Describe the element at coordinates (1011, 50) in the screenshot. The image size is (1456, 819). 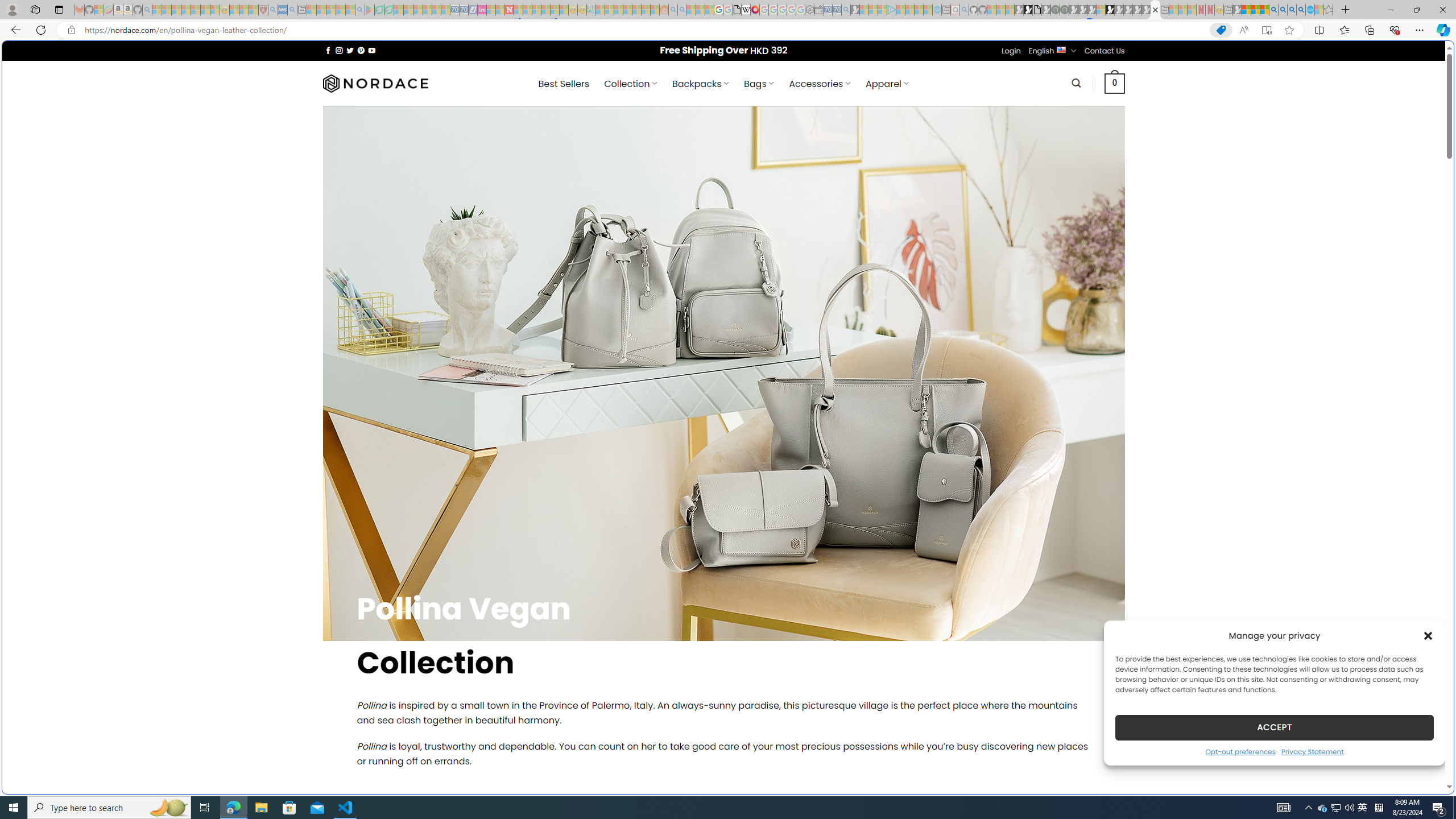
I see `'Login'` at that location.